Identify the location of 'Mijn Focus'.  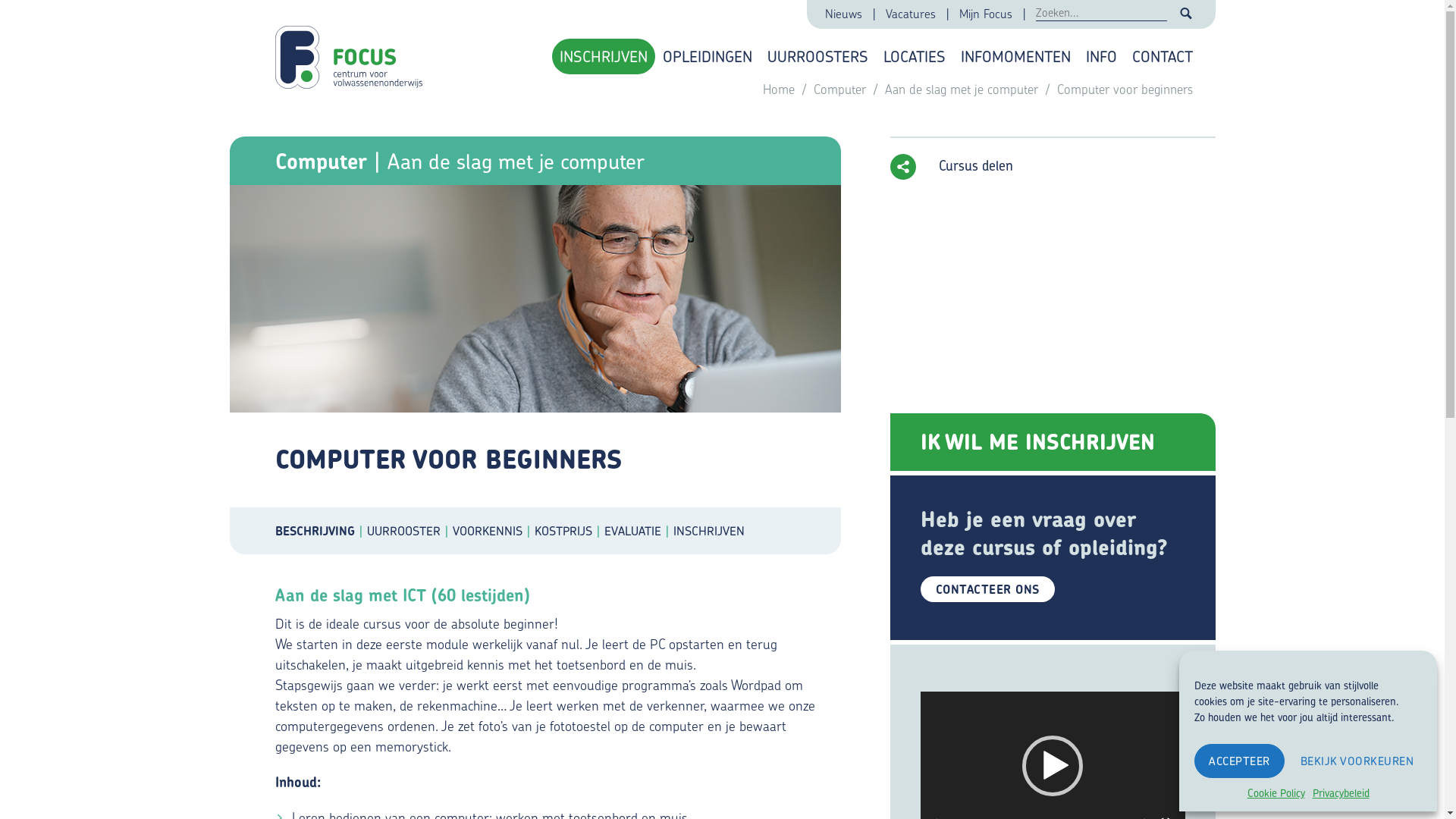
(987, 14).